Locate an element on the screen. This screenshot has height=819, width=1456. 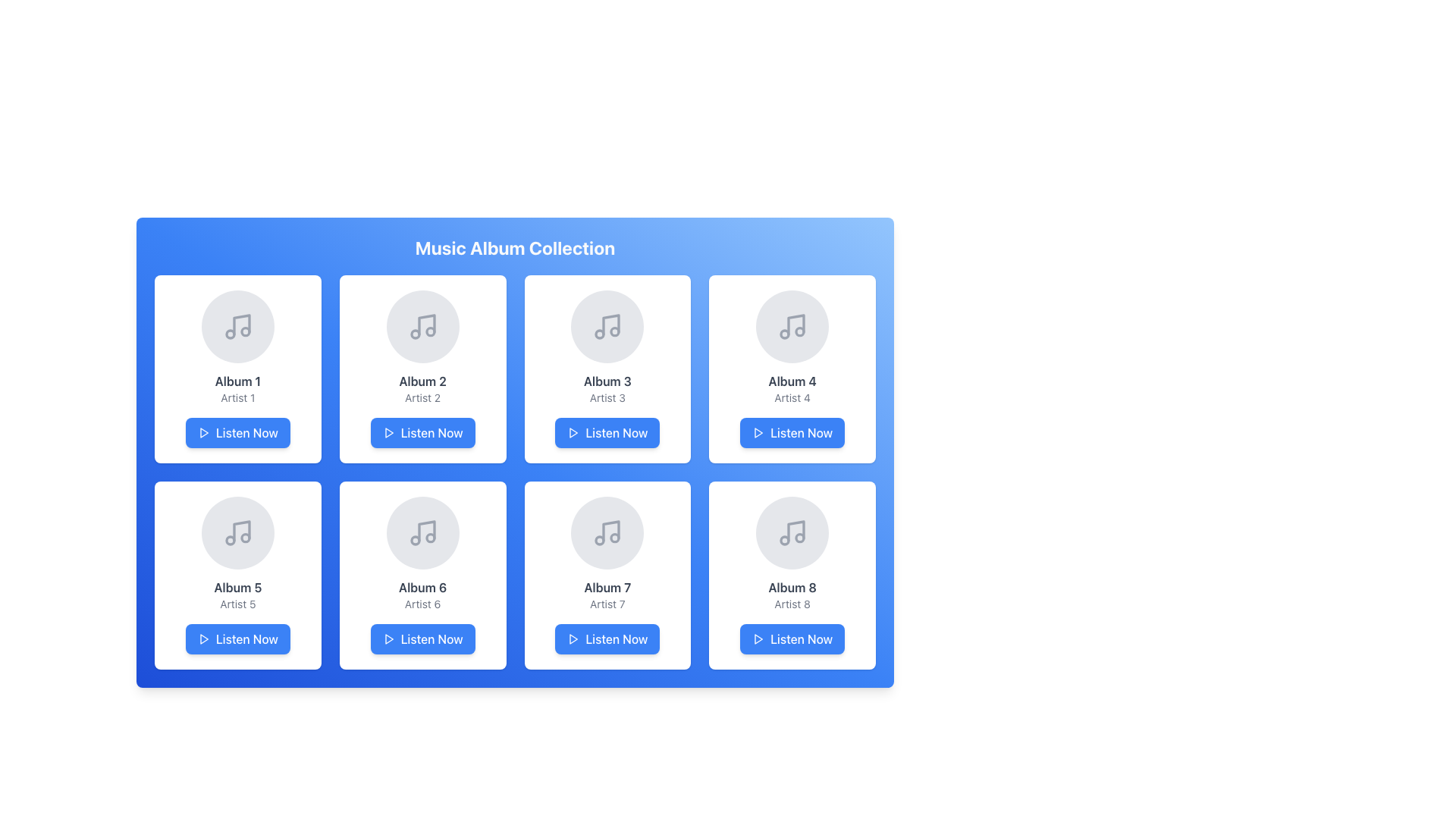
text 'Album 6' which is the title of the sixth card located in the second row and second column of the grid is located at coordinates (422, 587).